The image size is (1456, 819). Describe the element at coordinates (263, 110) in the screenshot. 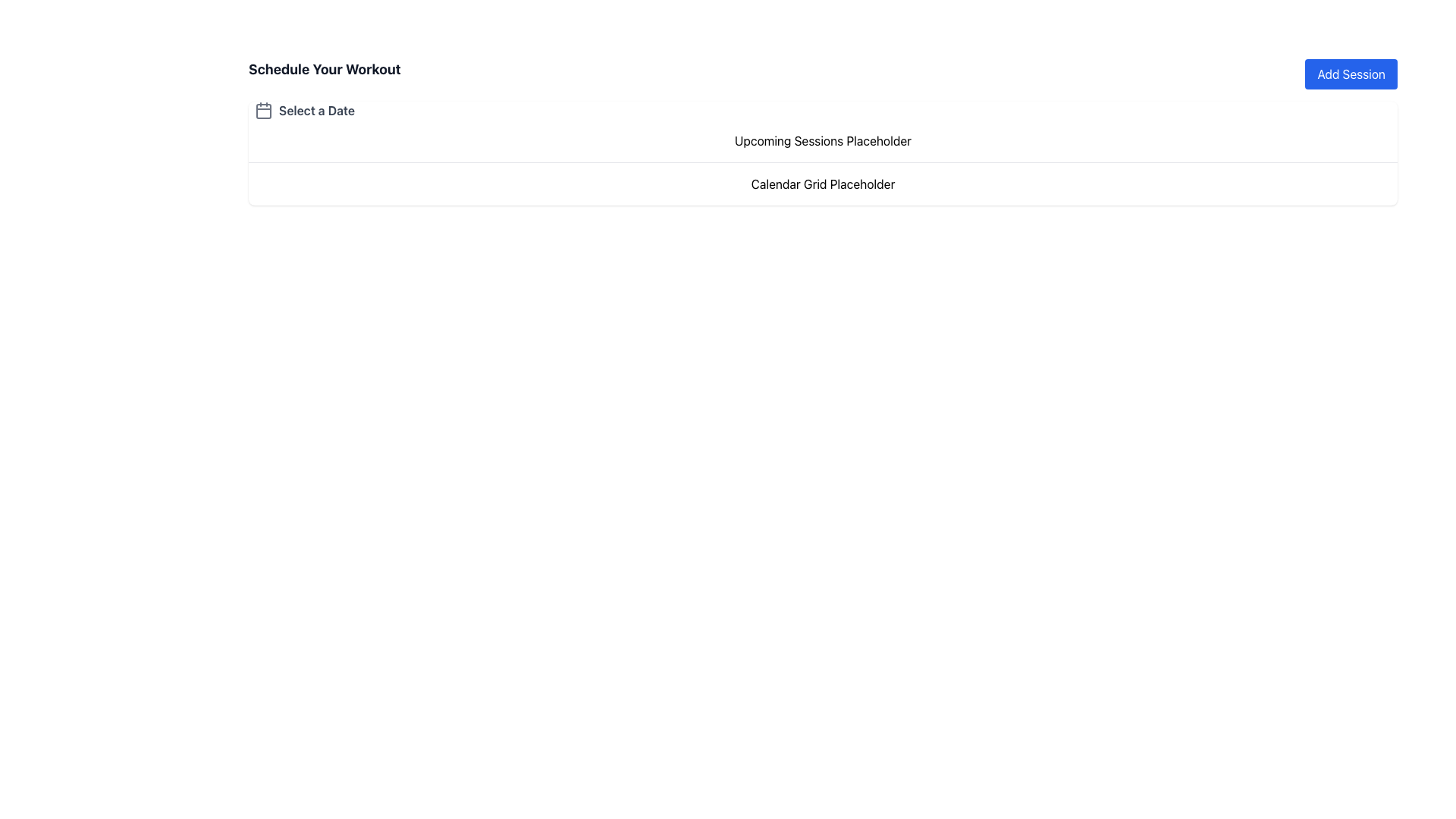

I see `the decorative subcomponent of the calendar icon located to the left of the 'Select a Date' text, underneath the header 'Schedule Your Workout'` at that location.